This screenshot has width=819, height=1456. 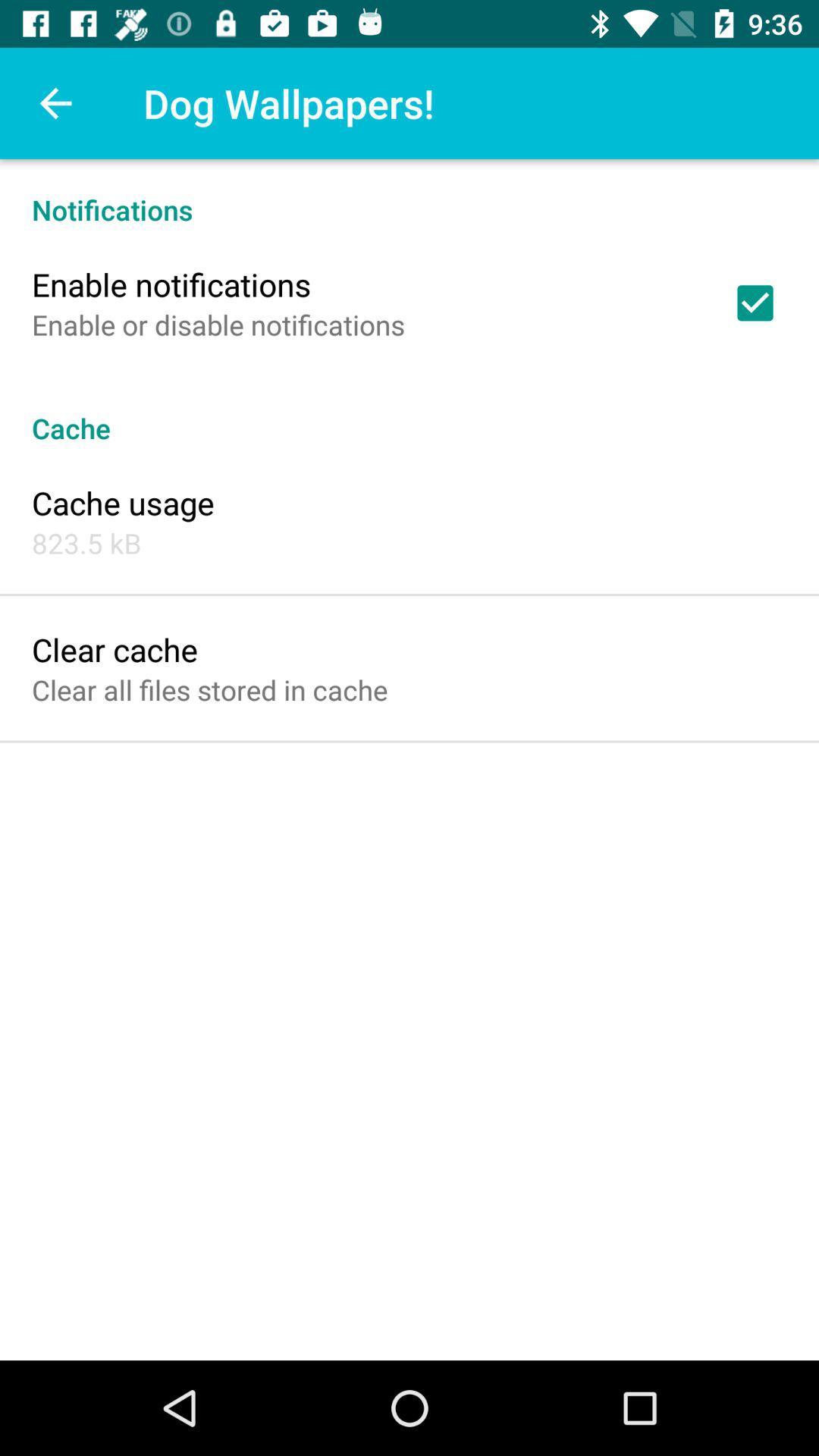 What do you see at coordinates (209, 689) in the screenshot?
I see `clear all files` at bounding box center [209, 689].